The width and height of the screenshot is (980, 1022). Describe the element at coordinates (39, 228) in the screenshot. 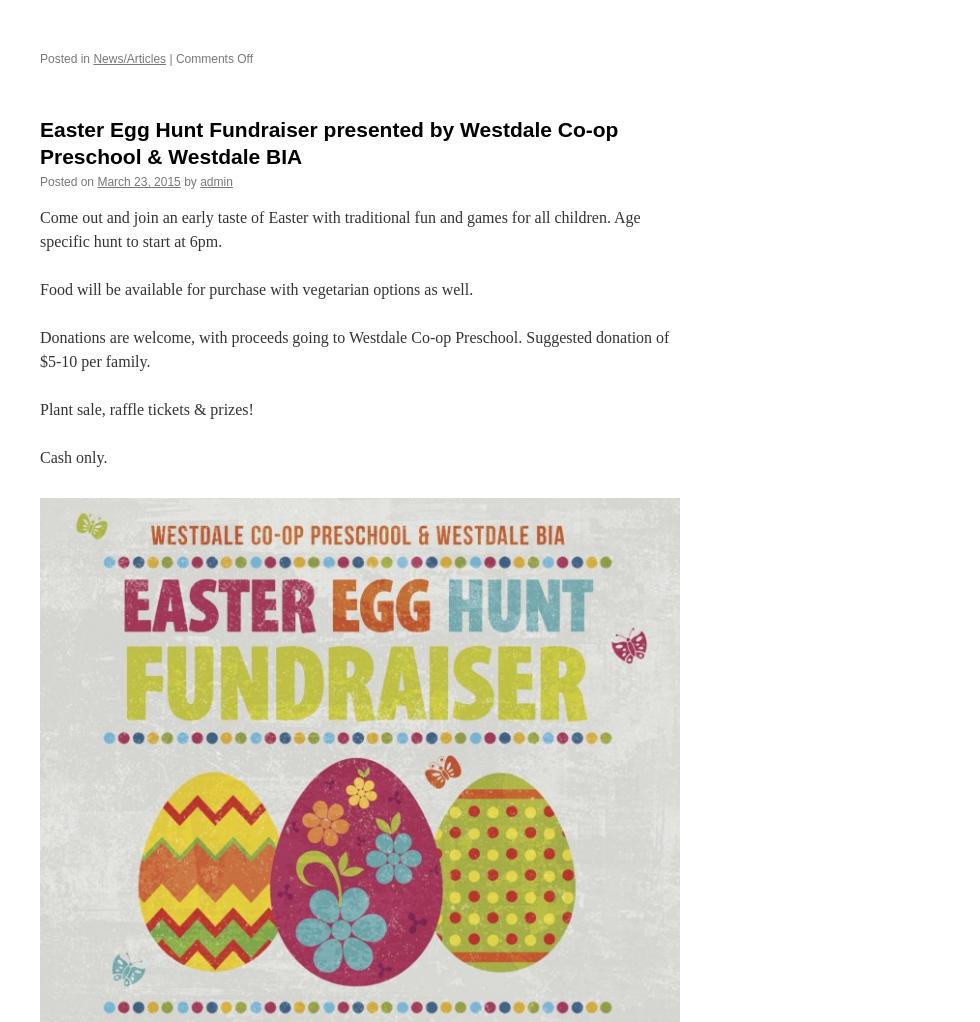

I see `'Come out and join an early taste of Easter with traditional fun and games for all children. Age specific hunt to start at 6pm.'` at that location.